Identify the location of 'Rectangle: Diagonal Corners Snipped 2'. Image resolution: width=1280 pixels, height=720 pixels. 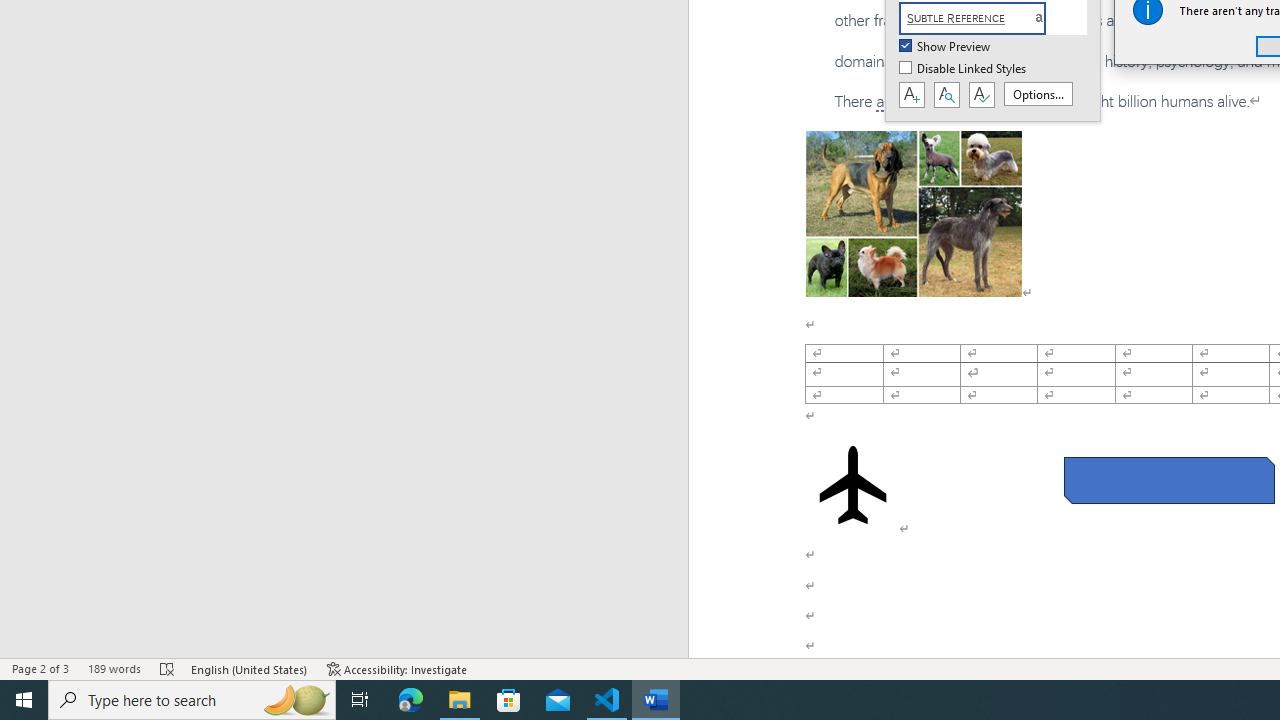
(1169, 480).